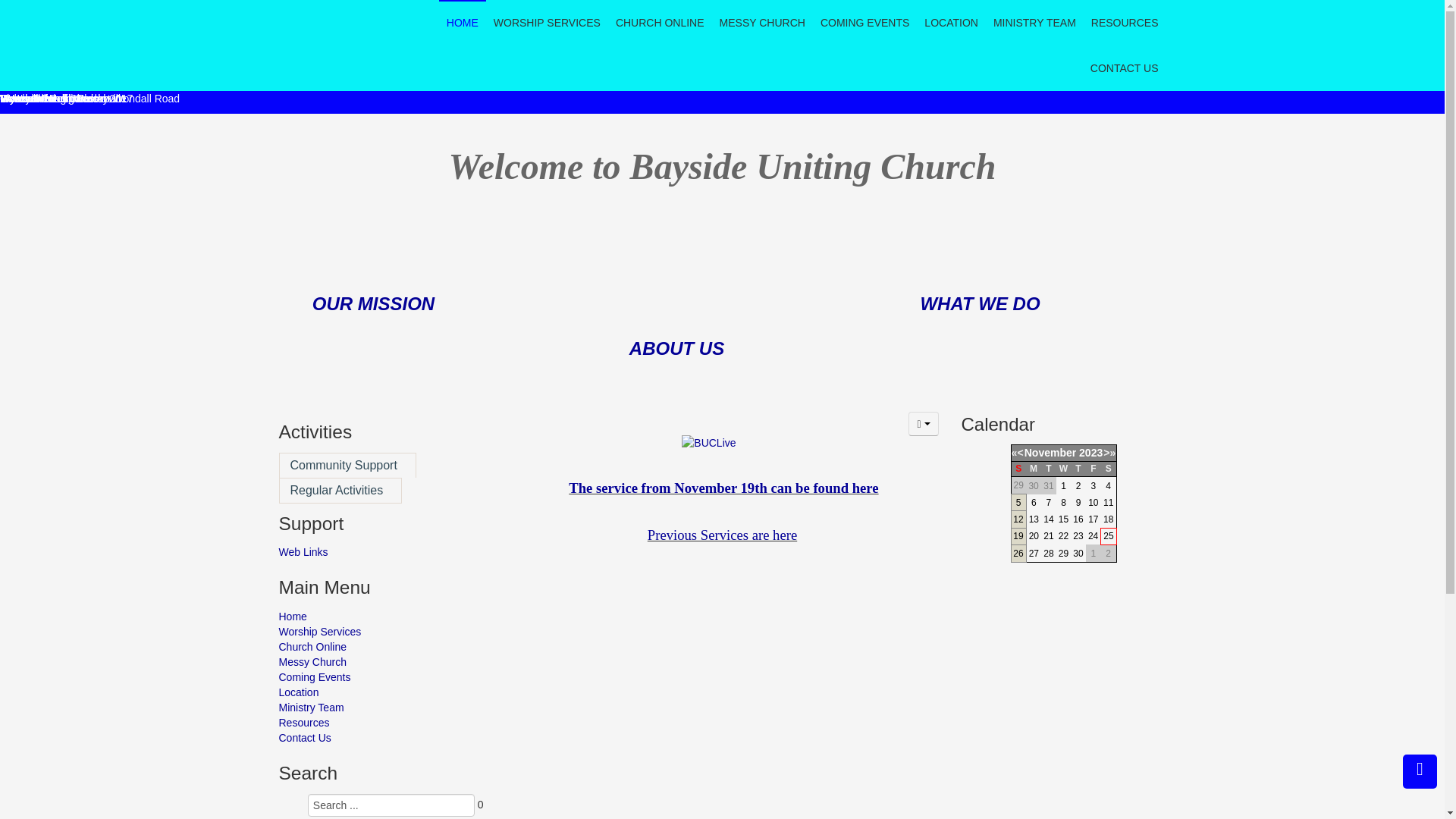 The height and width of the screenshot is (819, 1456). I want to click on 'WORSHIP SERVICES', so click(546, 23).